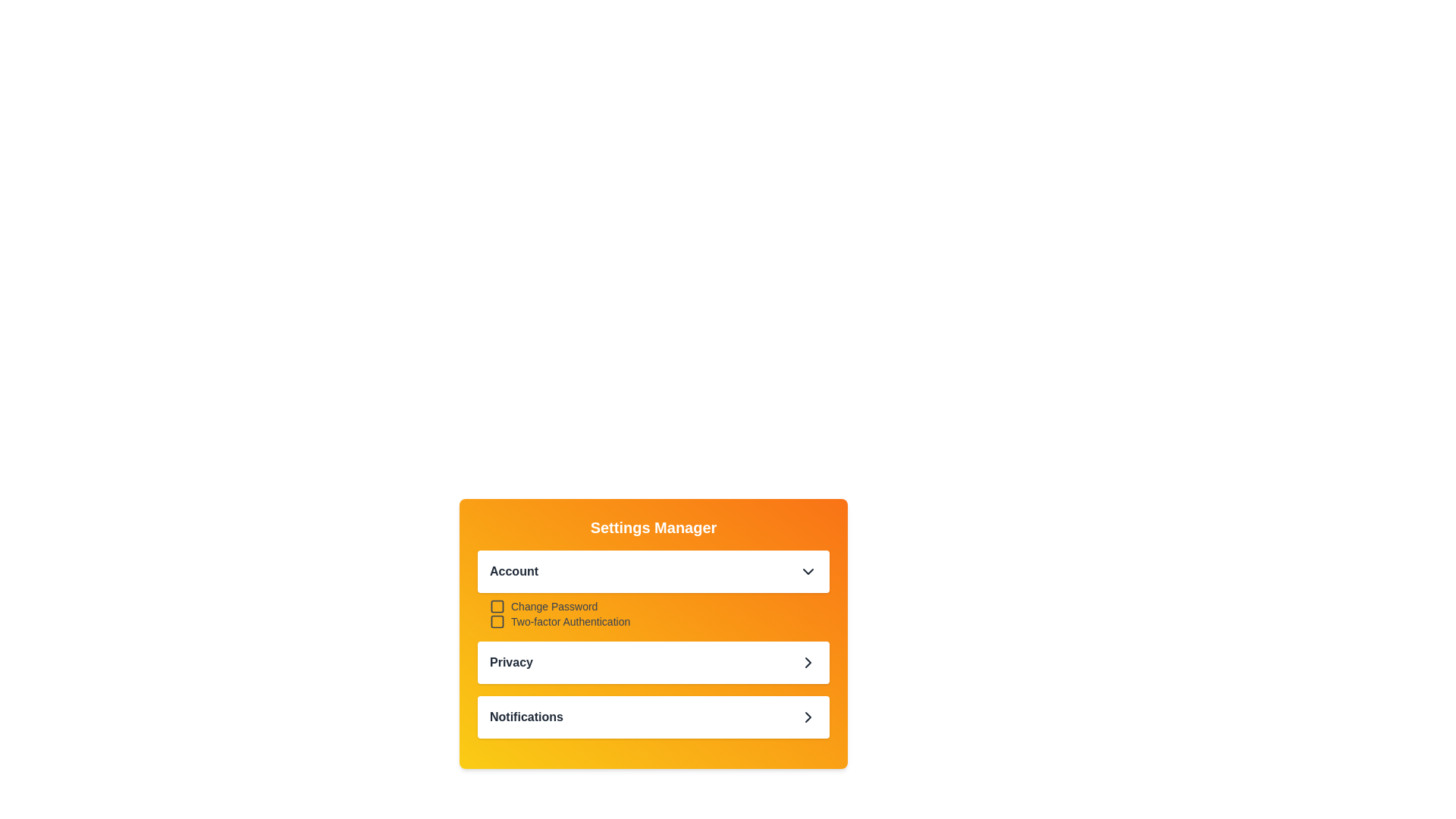 The width and height of the screenshot is (1456, 819). Describe the element at coordinates (497, 605) in the screenshot. I see `the square checkbox icon located to the left of the 'Change Password' text in the 'Settings Manager' interface` at that location.